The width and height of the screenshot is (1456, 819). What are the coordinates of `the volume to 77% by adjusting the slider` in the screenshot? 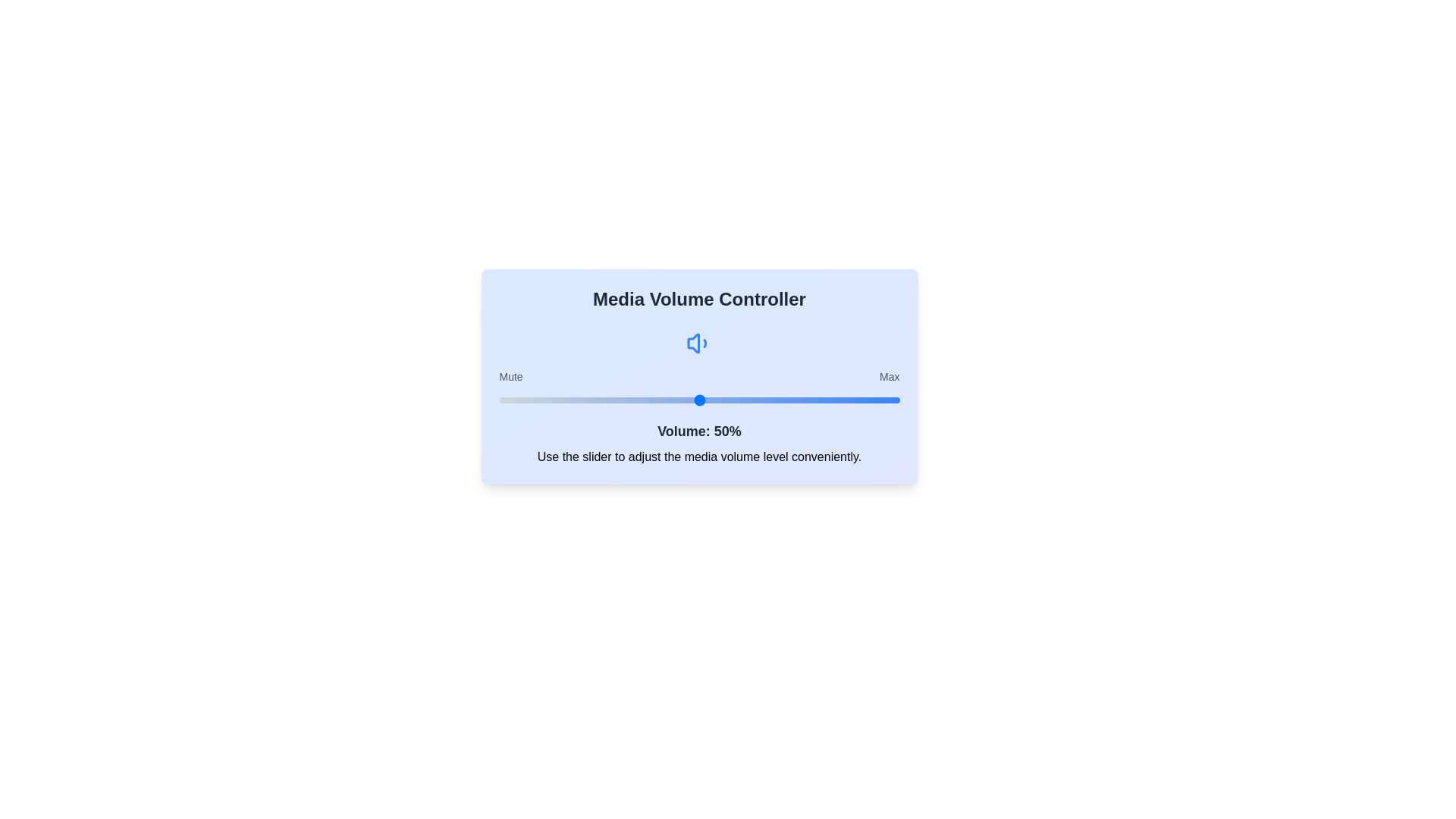 It's located at (807, 400).